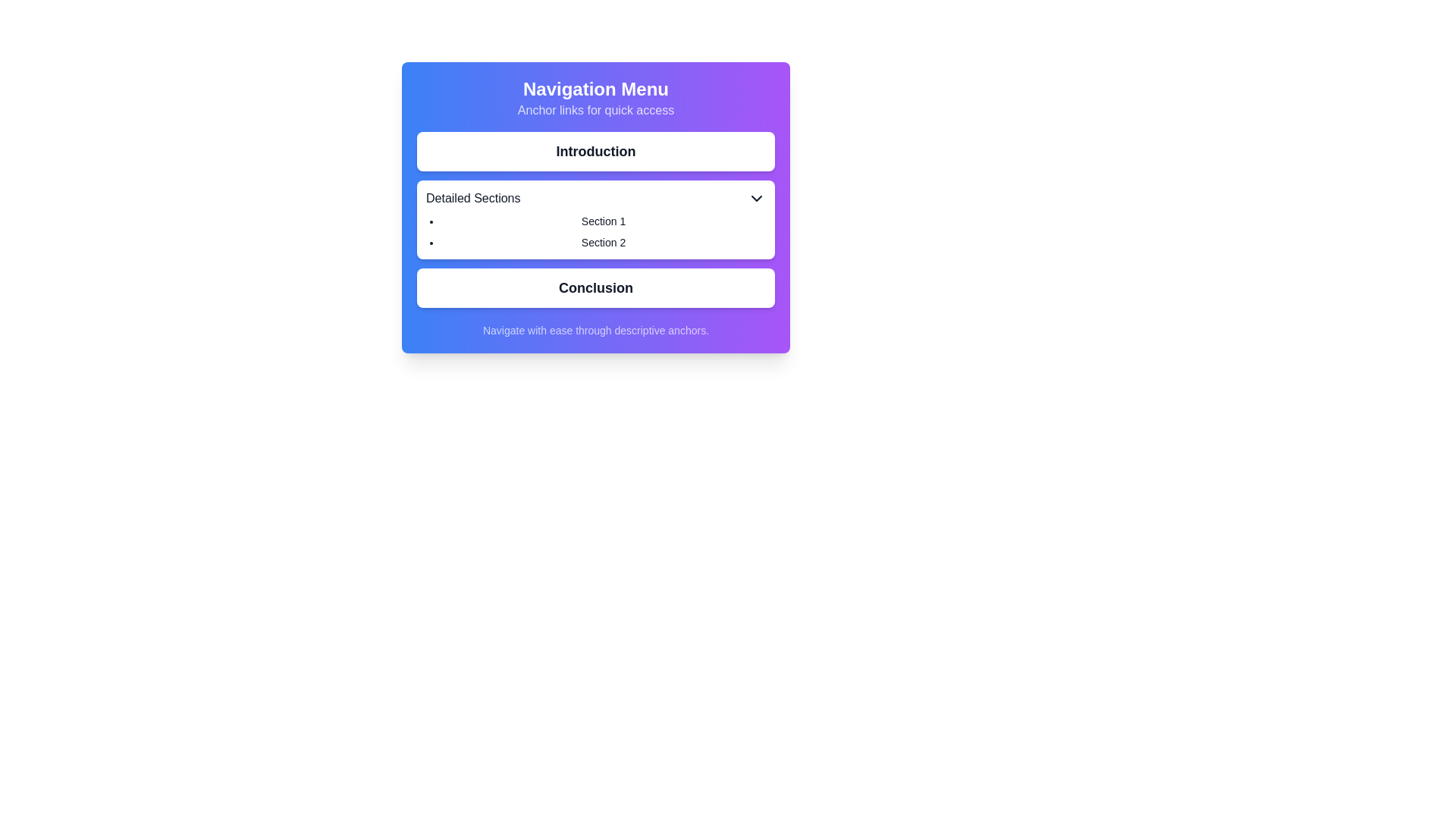 This screenshot has height=819, width=1456. What do you see at coordinates (603, 242) in the screenshot?
I see `the list item displaying 'Section 2' under the header 'Detailed Sections'` at bounding box center [603, 242].